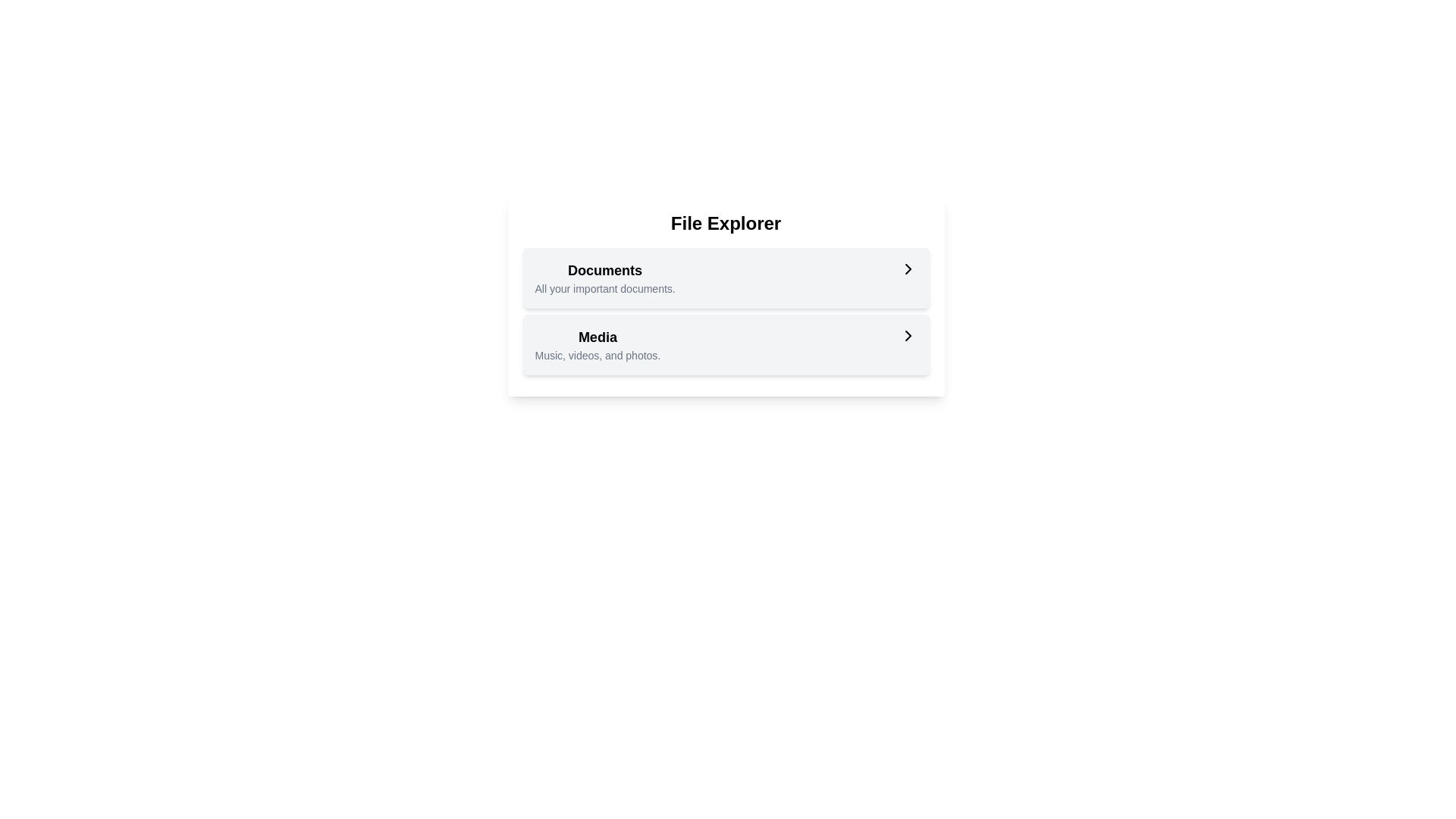 Image resolution: width=1456 pixels, height=819 pixels. I want to click on the right-chevron icon, a small black arrow pointing to the right, located to the right of the 'Documents' entry in the 'File Explorer' section, so click(908, 268).